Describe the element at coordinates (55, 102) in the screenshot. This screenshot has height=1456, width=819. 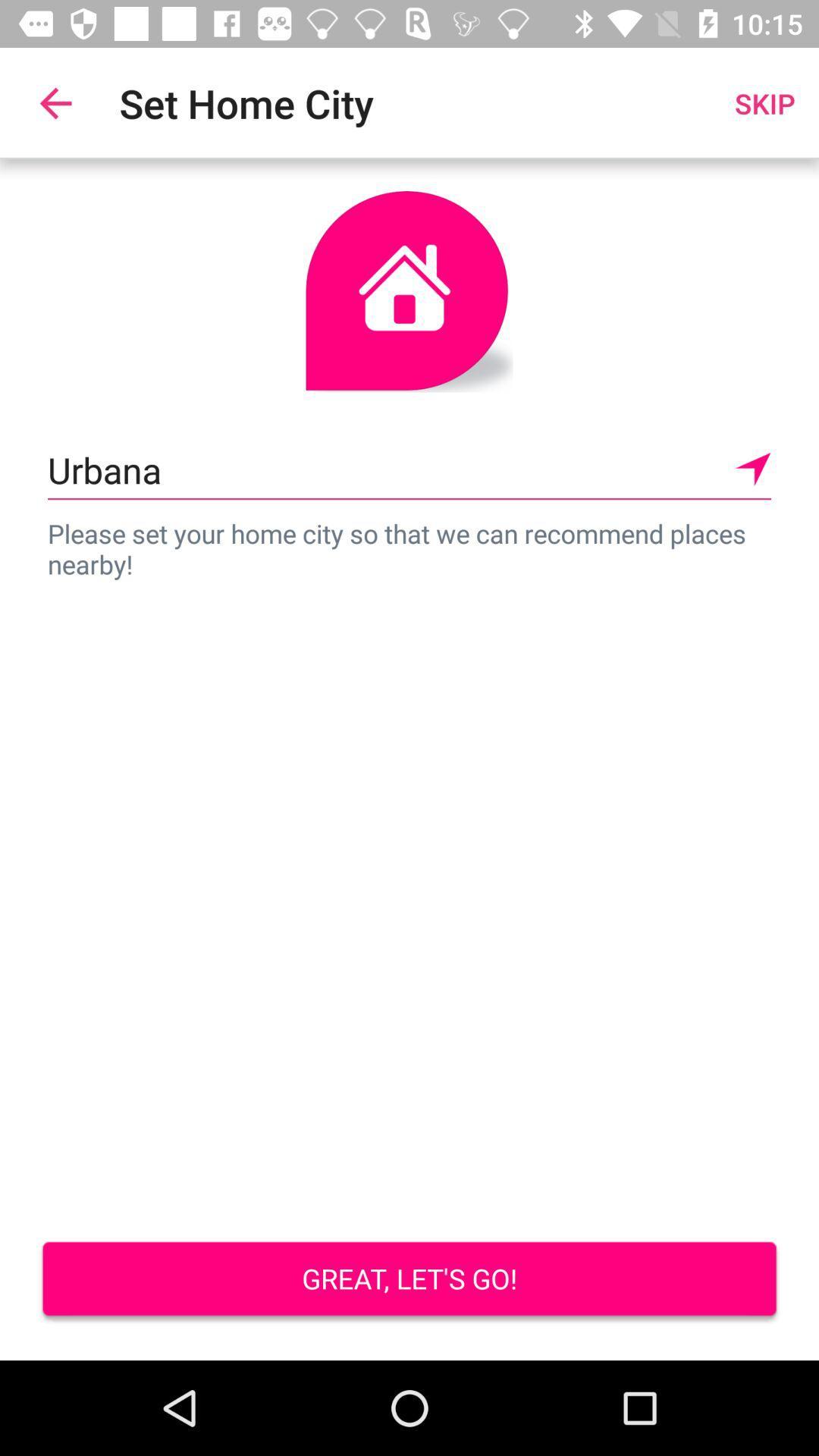
I see `icon next to set home city app` at that location.